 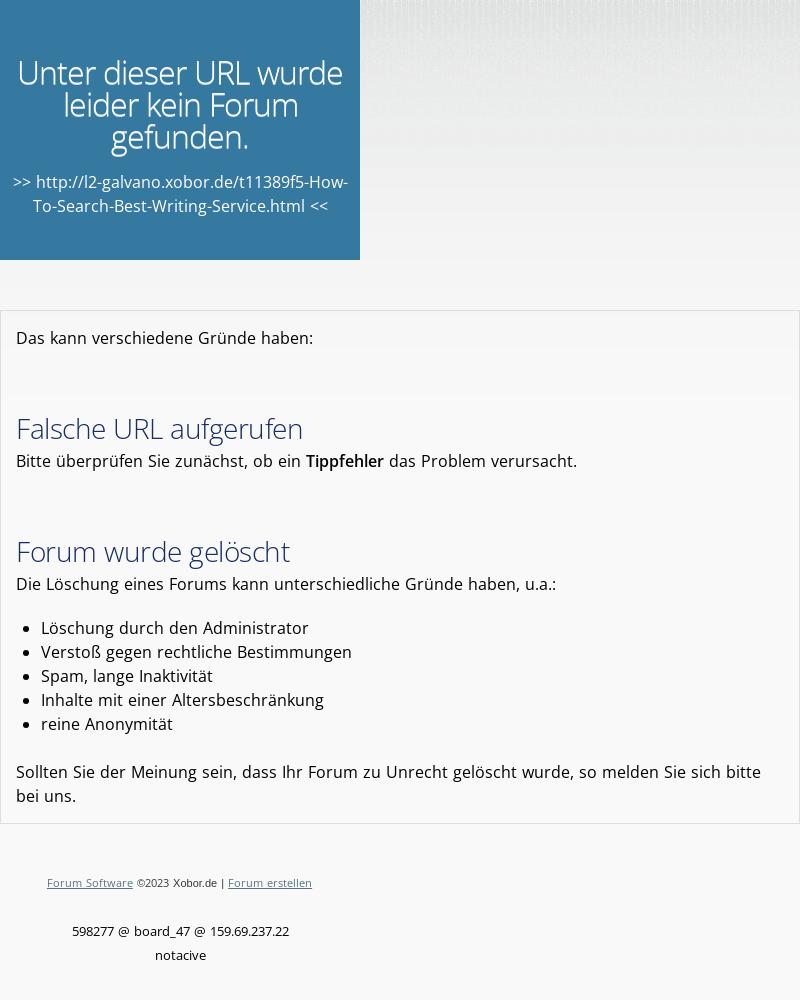 I want to click on 'Das kann verschiedene Gründe haben:', so click(x=164, y=337).